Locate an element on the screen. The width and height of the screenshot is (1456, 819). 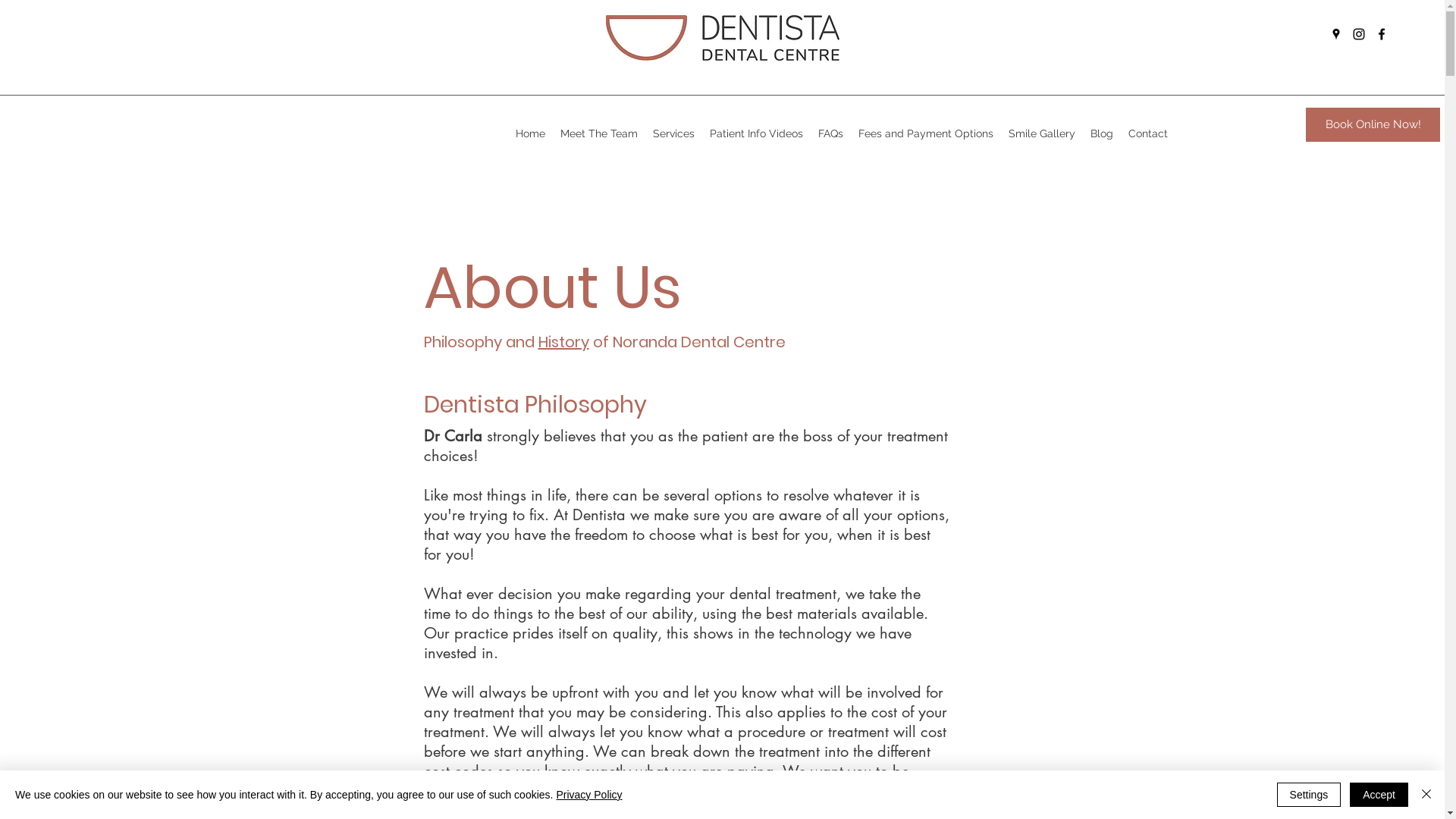
'History' is located at coordinates (563, 342).